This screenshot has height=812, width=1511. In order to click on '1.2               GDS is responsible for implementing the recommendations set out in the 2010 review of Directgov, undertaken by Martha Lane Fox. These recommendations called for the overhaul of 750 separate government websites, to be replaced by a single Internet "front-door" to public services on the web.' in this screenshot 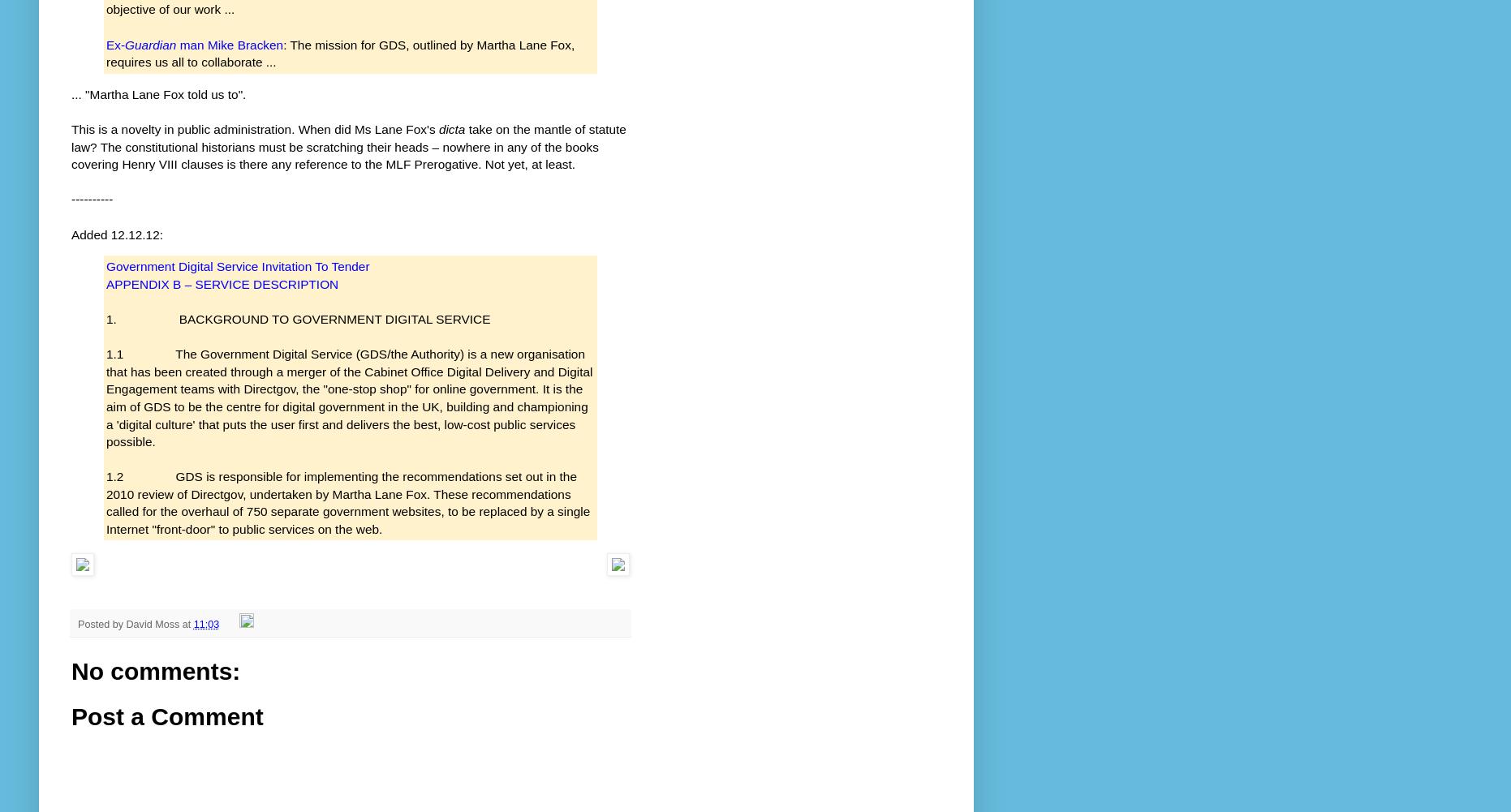, I will do `click(347, 502)`.